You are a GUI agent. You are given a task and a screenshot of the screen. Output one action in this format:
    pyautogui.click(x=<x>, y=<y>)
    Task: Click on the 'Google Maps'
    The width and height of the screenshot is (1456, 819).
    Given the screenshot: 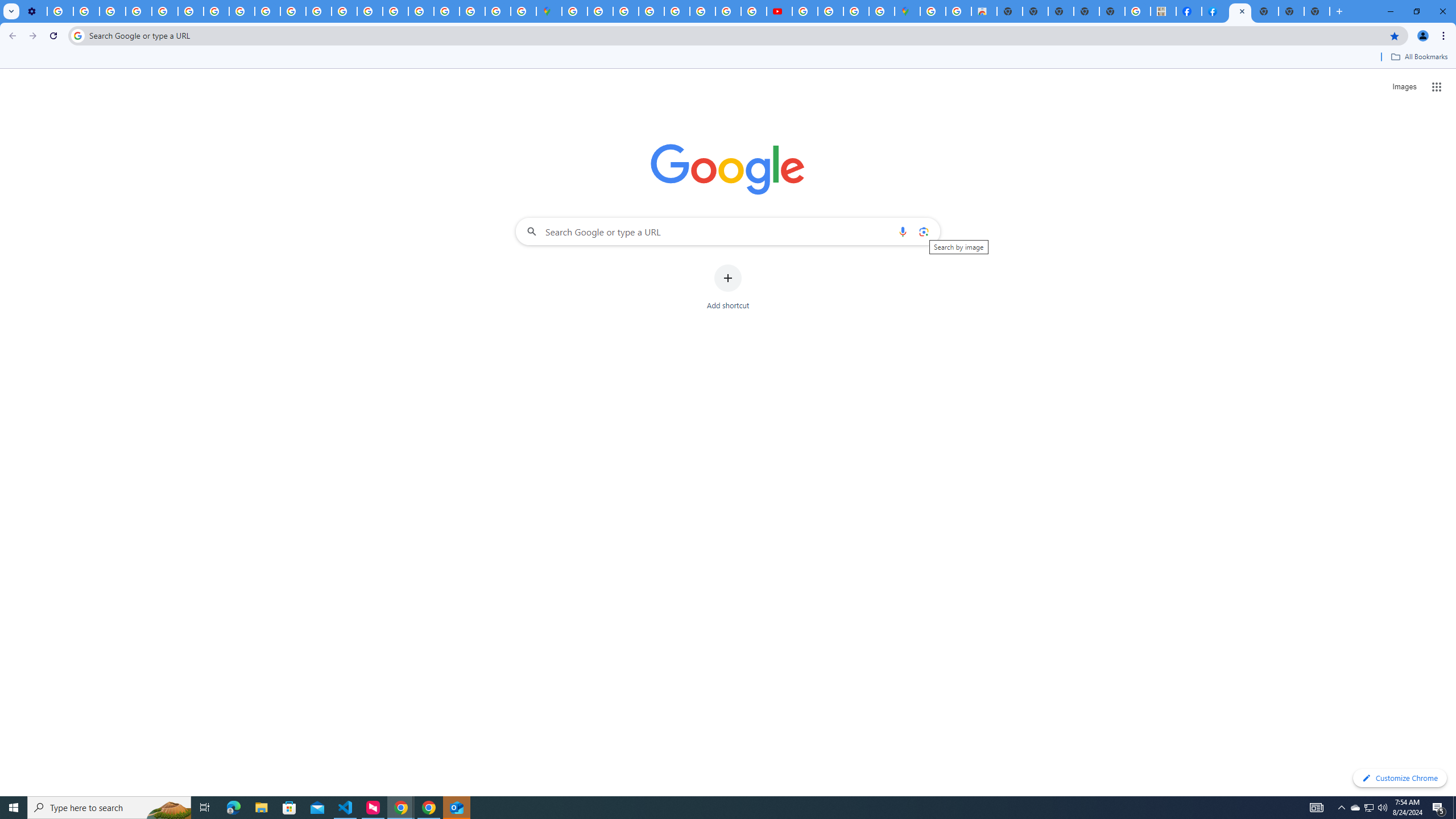 What is the action you would take?
    pyautogui.click(x=907, y=11)
    